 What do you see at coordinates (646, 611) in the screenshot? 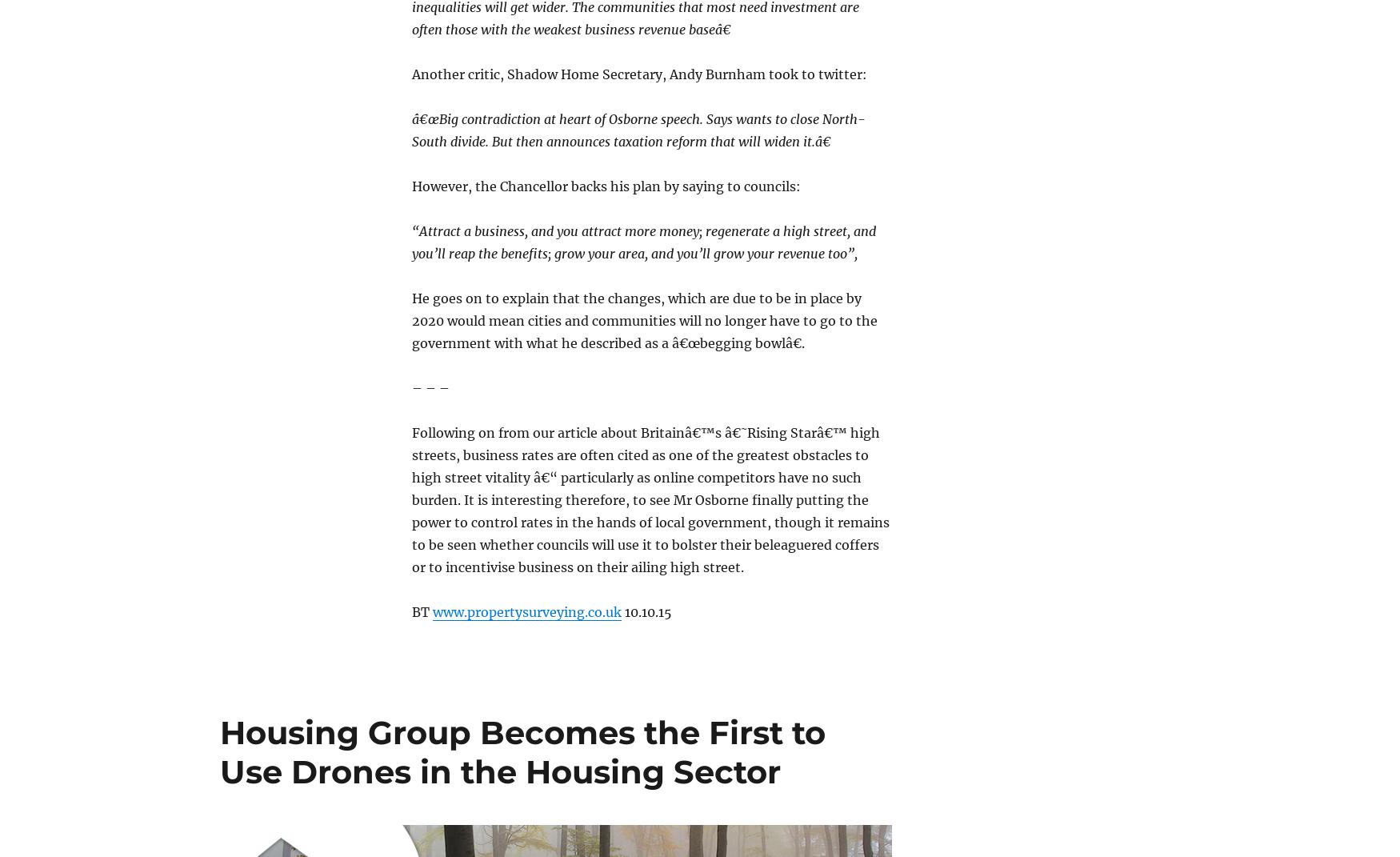
I see `'10.10.15'` at bounding box center [646, 611].